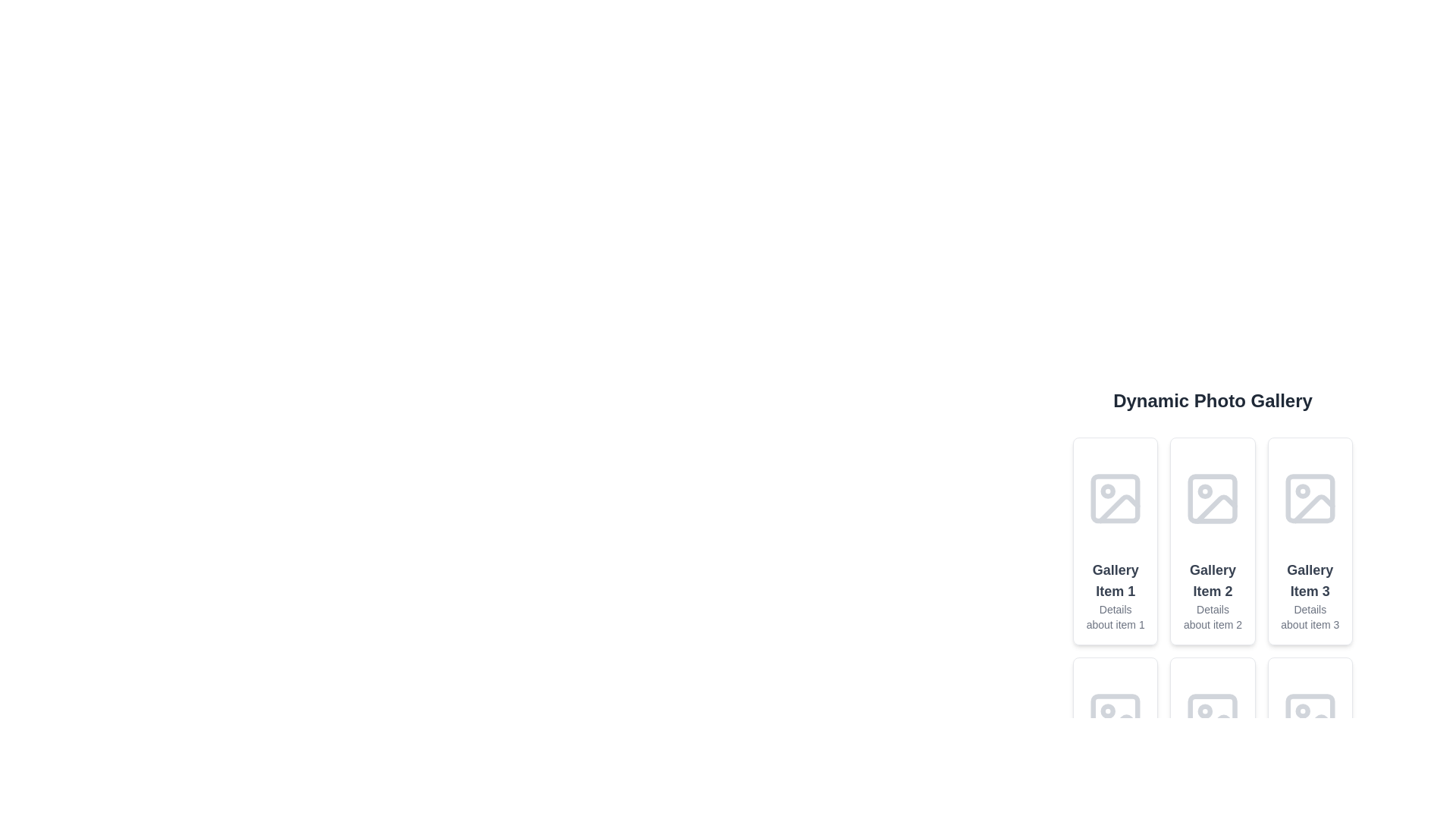 This screenshot has height=819, width=1456. I want to click on the Image placeholder (SVG) located in the fourth gallery item from the left, in the second row of the dynamic photo gallery grid, so click(1116, 718).